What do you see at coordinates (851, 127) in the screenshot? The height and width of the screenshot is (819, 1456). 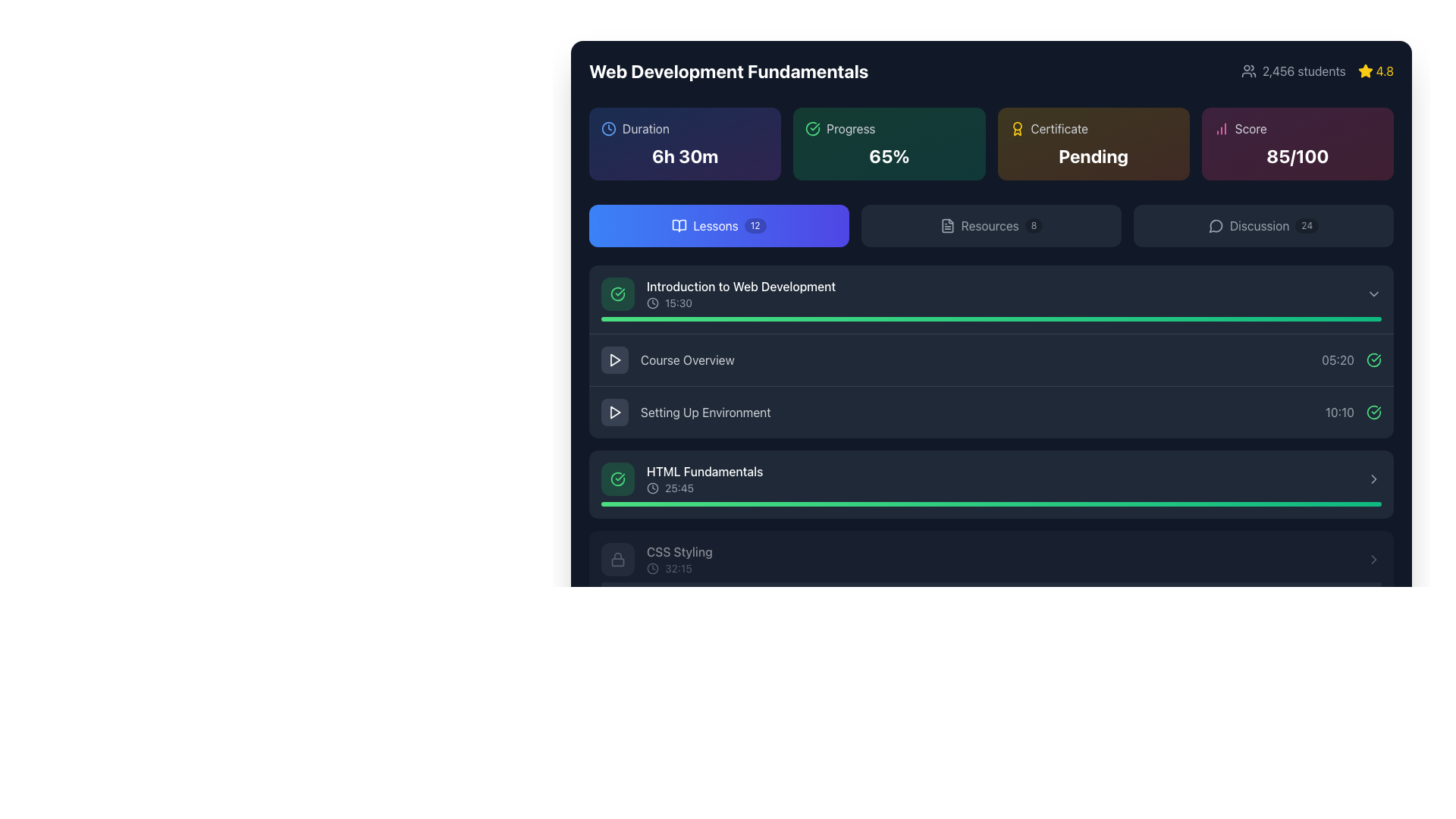 I see `the Label that describes the progress metric, which is located between the checkmark icon and the numeric progress value ('65%') in the top center area of the dashboard overview` at bounding box center [851, 127].